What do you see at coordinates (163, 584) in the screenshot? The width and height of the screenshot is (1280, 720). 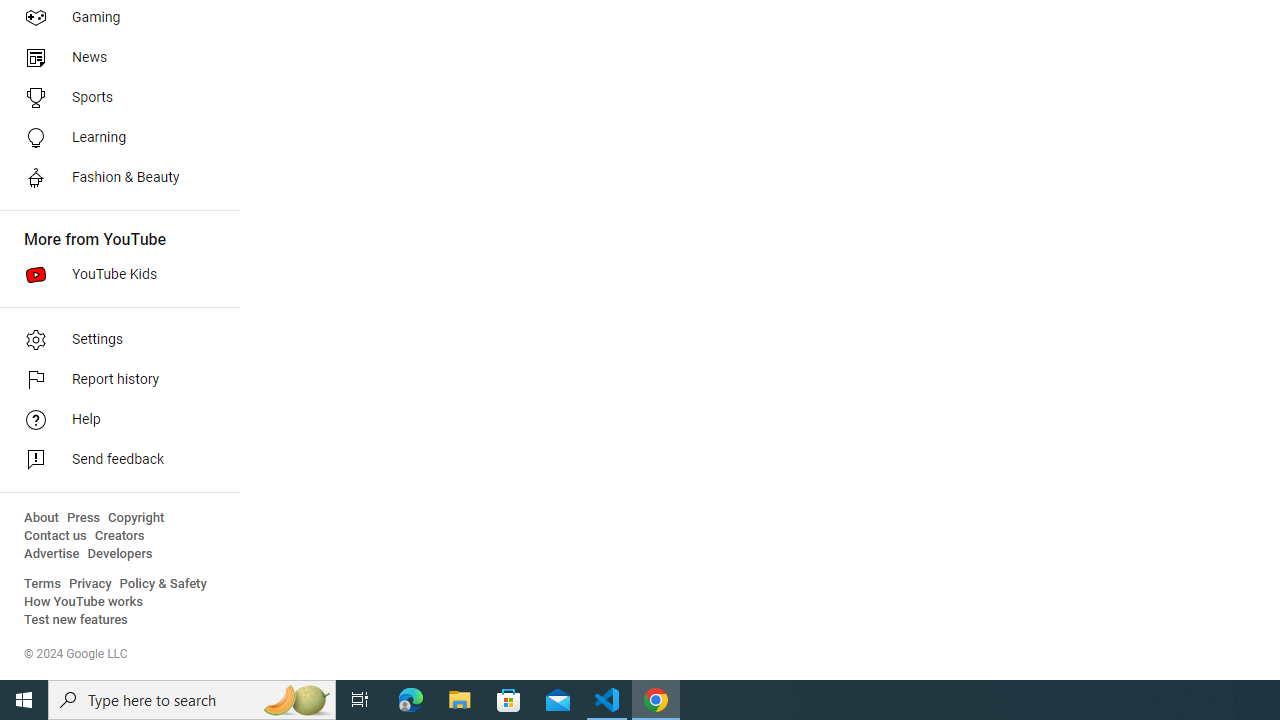 I see `'Policy & Safety'` at bounding box center [163, 584].